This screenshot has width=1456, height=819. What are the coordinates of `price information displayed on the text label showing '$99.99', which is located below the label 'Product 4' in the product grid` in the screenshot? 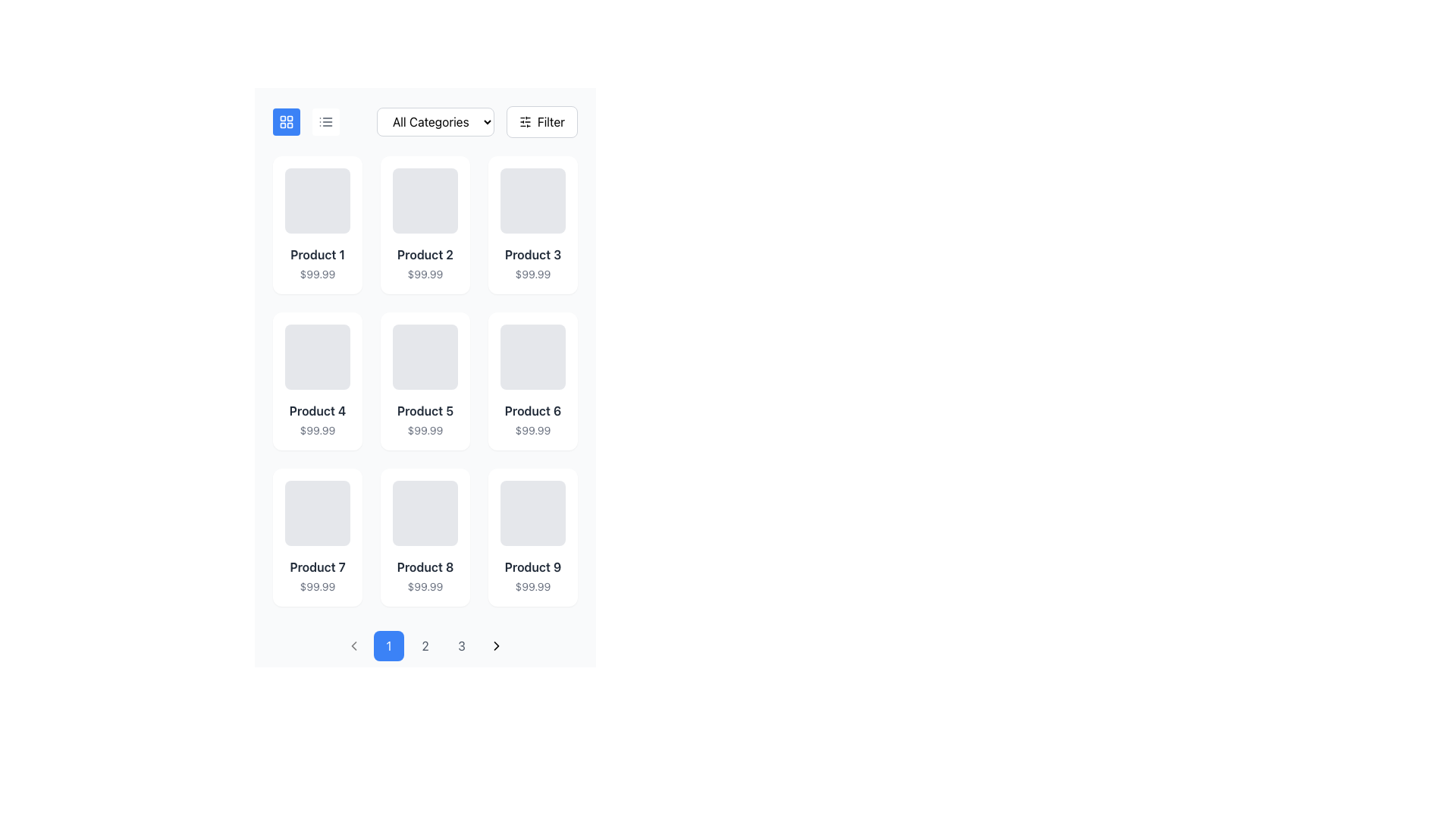 It's located at (316, 430).